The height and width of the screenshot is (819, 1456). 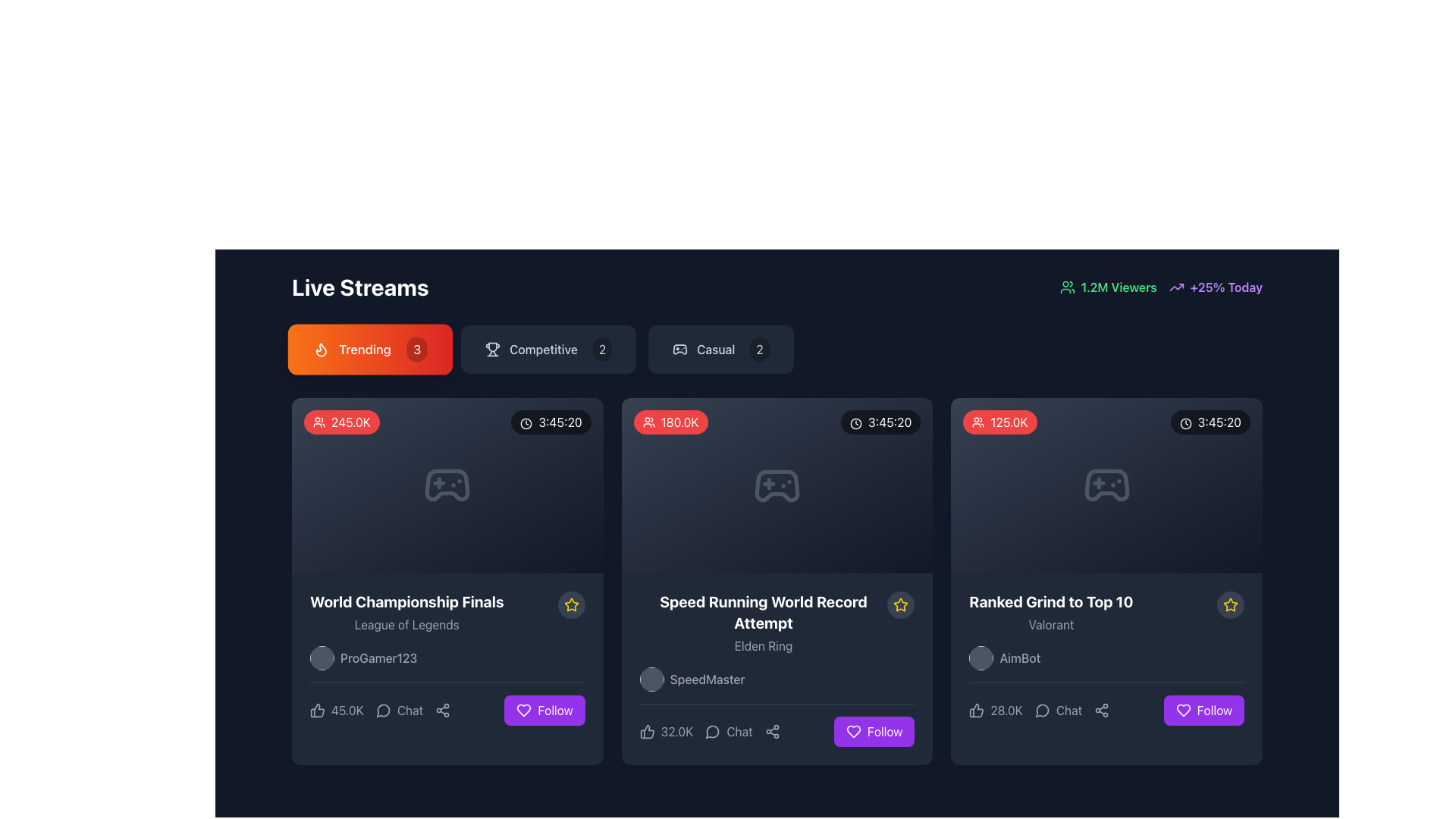 I want to click on the share icon button, which is a gray icon with three interconnected circles and two lines, located in the toolbar beneath the 'Speed Running World Record Attempt' card, so click(x=772, y=730).